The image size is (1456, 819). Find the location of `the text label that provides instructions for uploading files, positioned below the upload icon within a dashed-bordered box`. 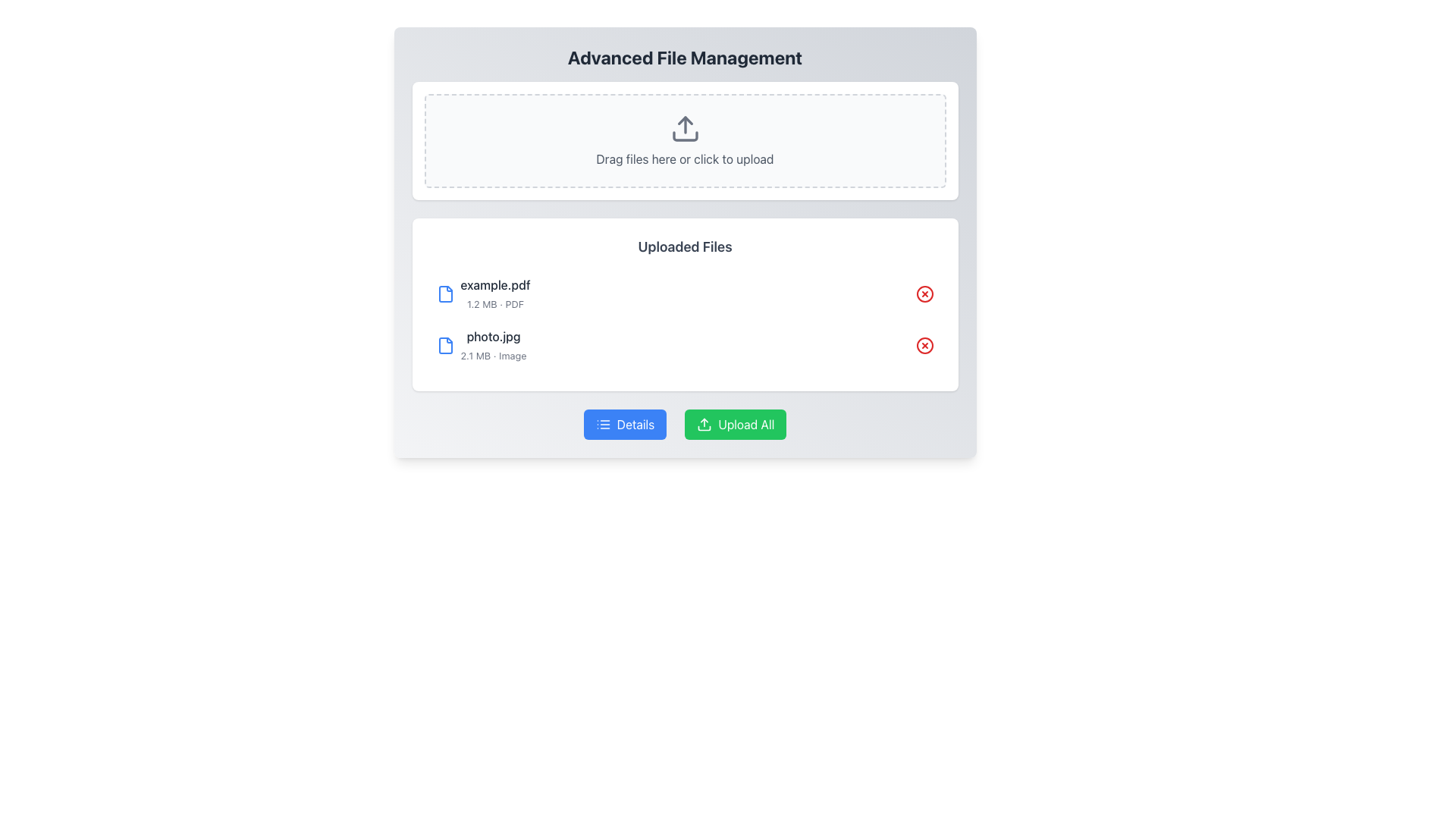

the text label that provides instructions for uploading files, positioned below the upload icon within a dashed-bordered box is located at coordinates (684, 158).